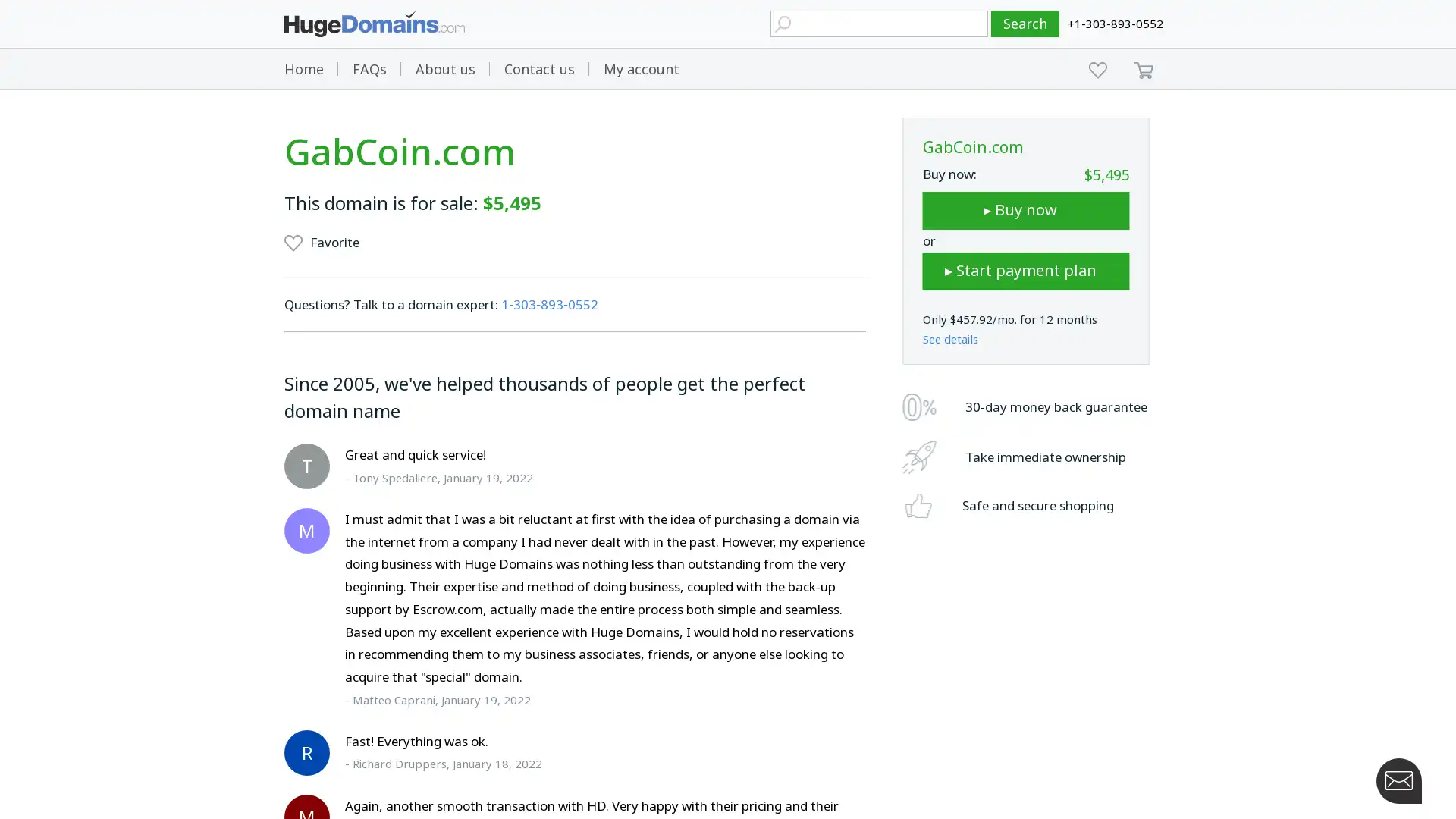 The height and width of the screenshot is (819, 1456). I want to click on Search, so click(1025, 24).